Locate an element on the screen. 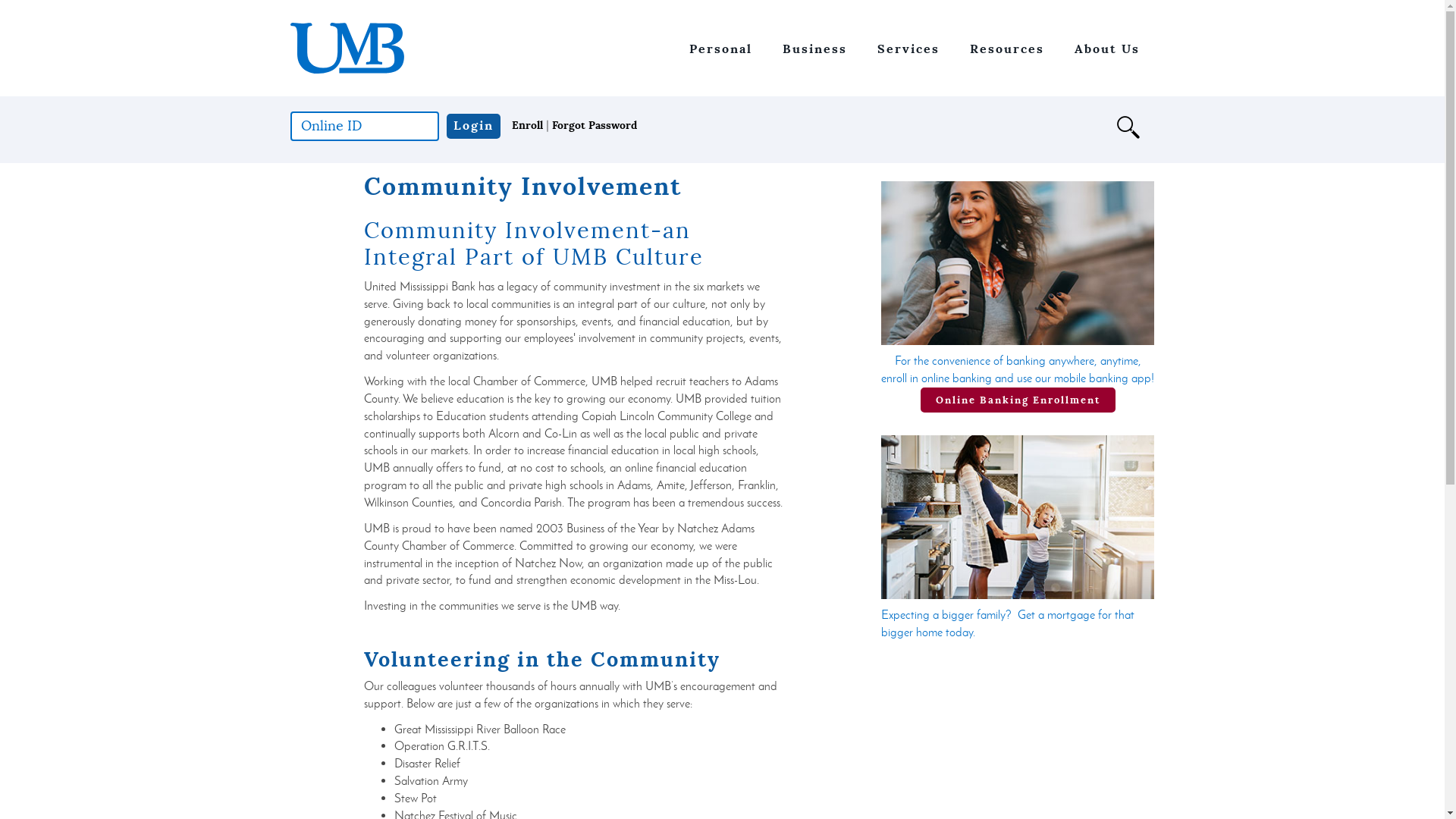 This screenshot has width=1456, height=819. 'Forgot Password' is located at coordinates (551, 124).